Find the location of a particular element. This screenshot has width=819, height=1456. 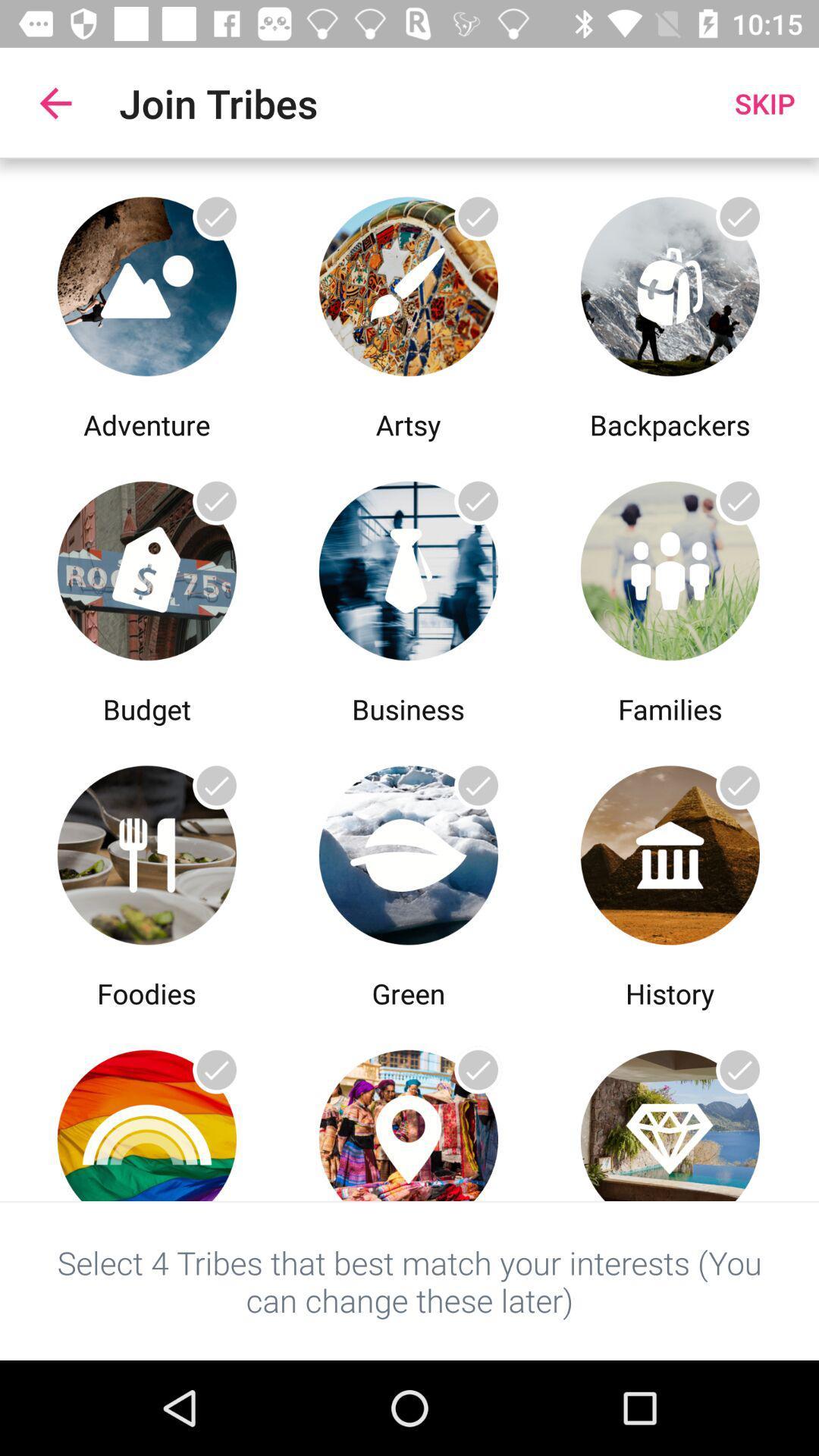

comidas is located at coordinates (146, 851).